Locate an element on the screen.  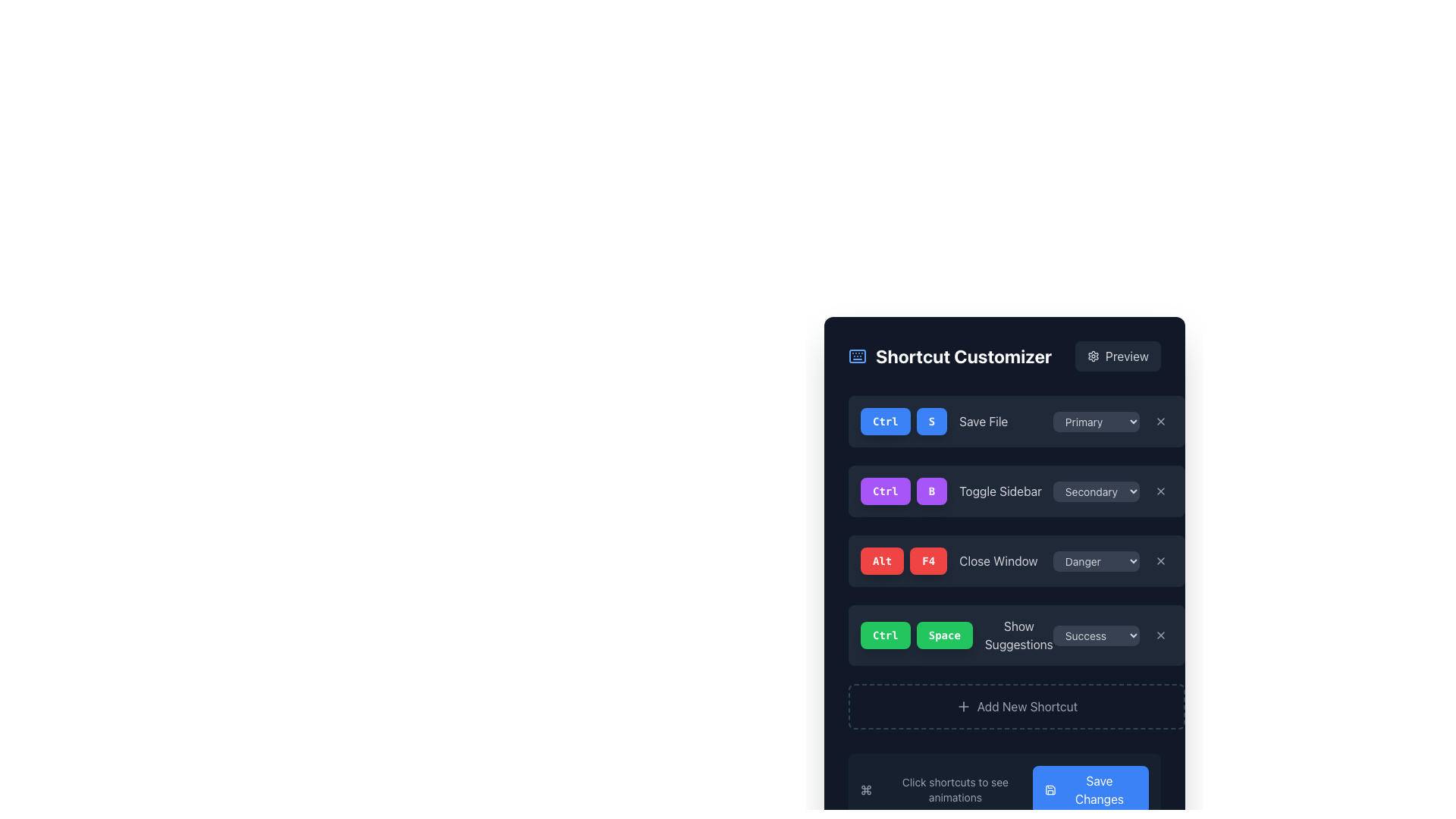
the 'Secondary' dropdown menu located is located at coordinates (1096, 491).